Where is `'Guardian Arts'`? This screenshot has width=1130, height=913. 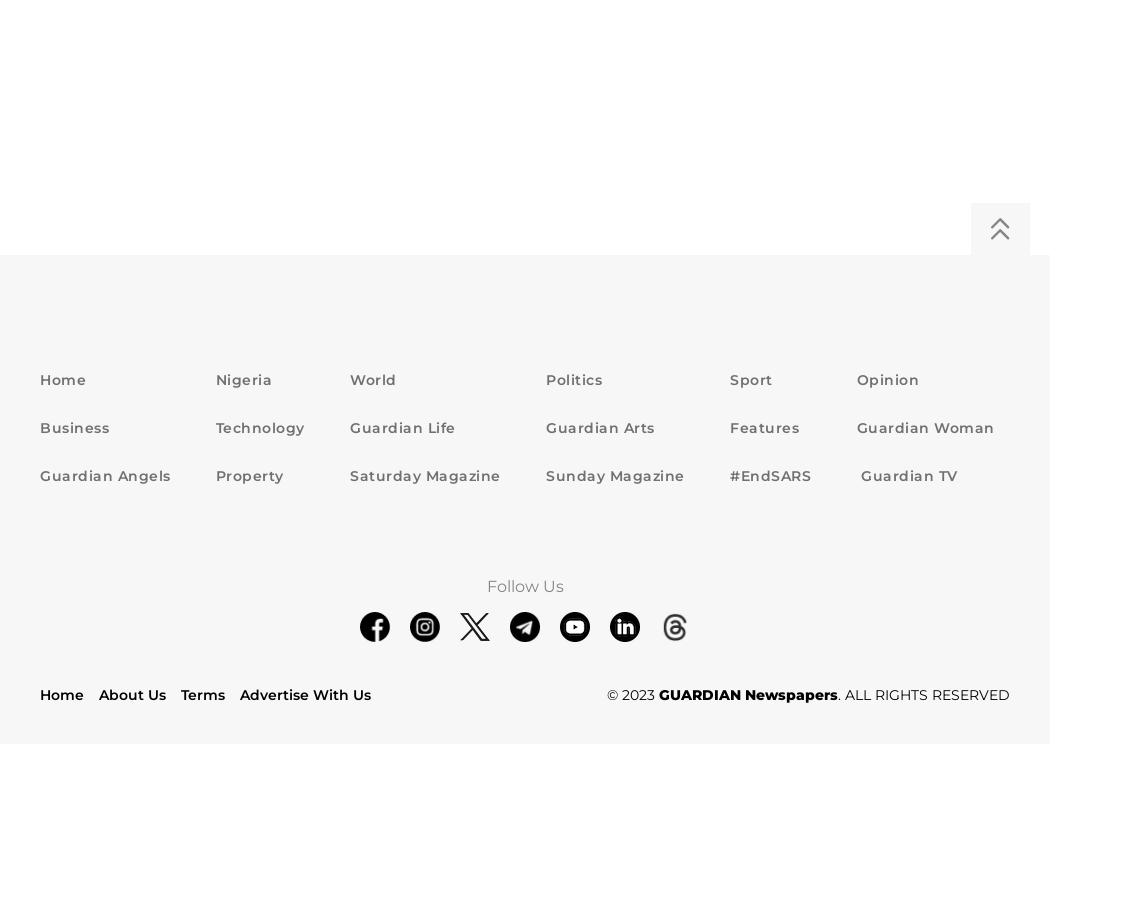 'Guardian Arts' is located at coordinates (599, 427).